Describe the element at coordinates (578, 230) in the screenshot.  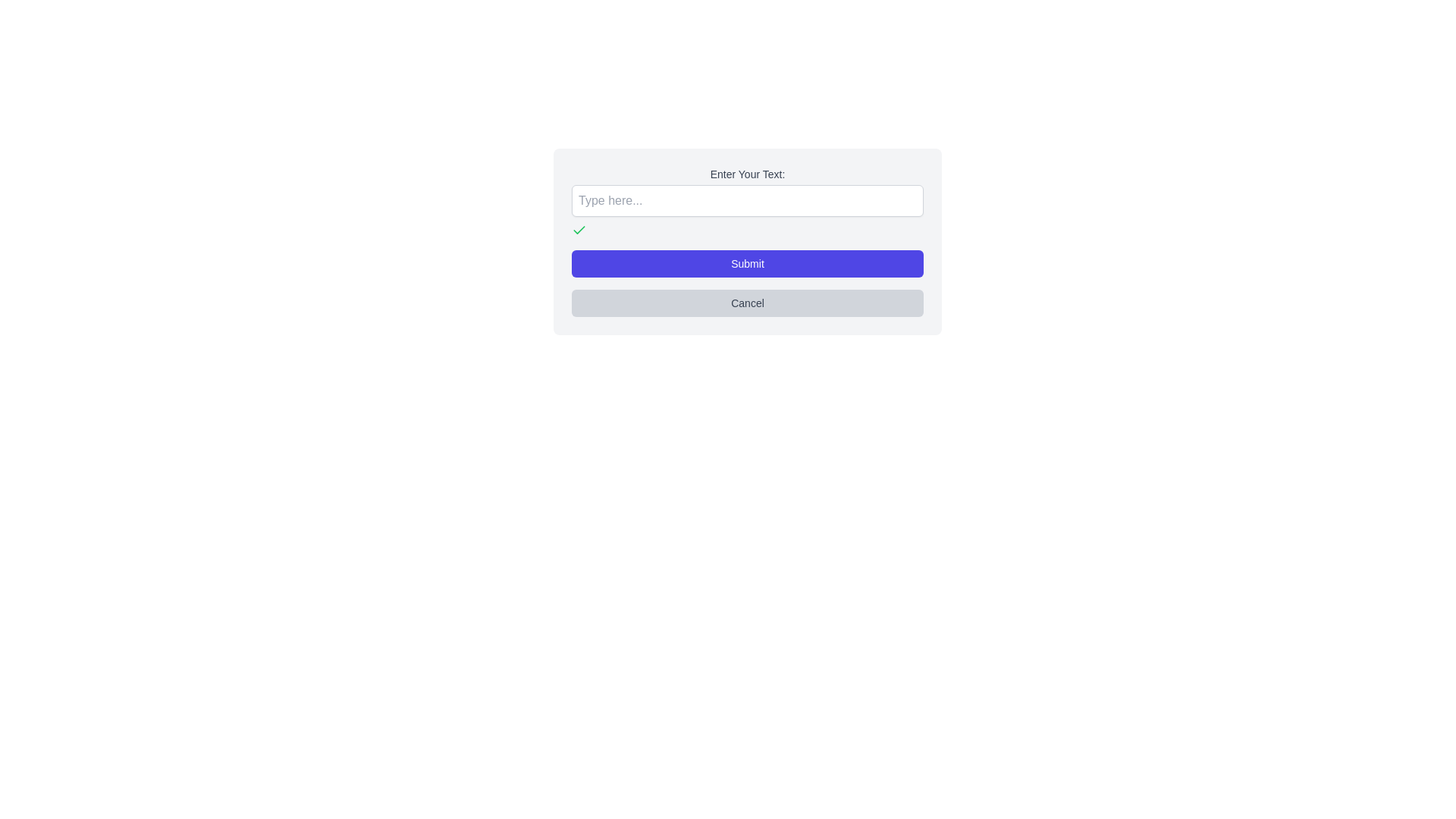
I see `the green checkmark icon located below the 'Type here...' input field in the form interface` at that location.